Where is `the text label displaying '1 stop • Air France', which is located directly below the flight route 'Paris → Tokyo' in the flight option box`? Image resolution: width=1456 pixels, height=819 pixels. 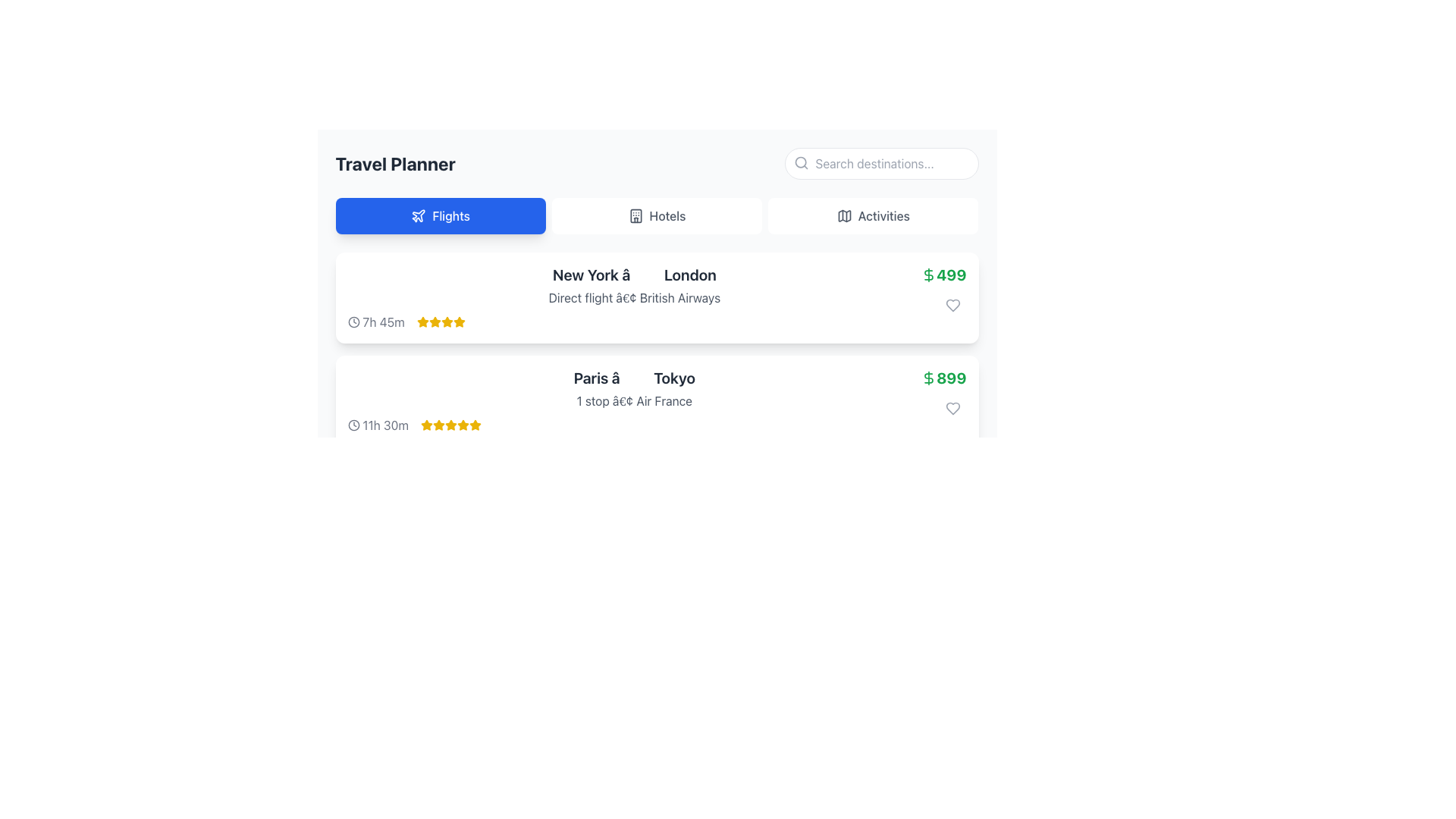 the text label displaying '1 stop • Air France', which is located directly below the flight route 'Paris → Tokyo' in the flight option box is located at coordinates (634, 400).